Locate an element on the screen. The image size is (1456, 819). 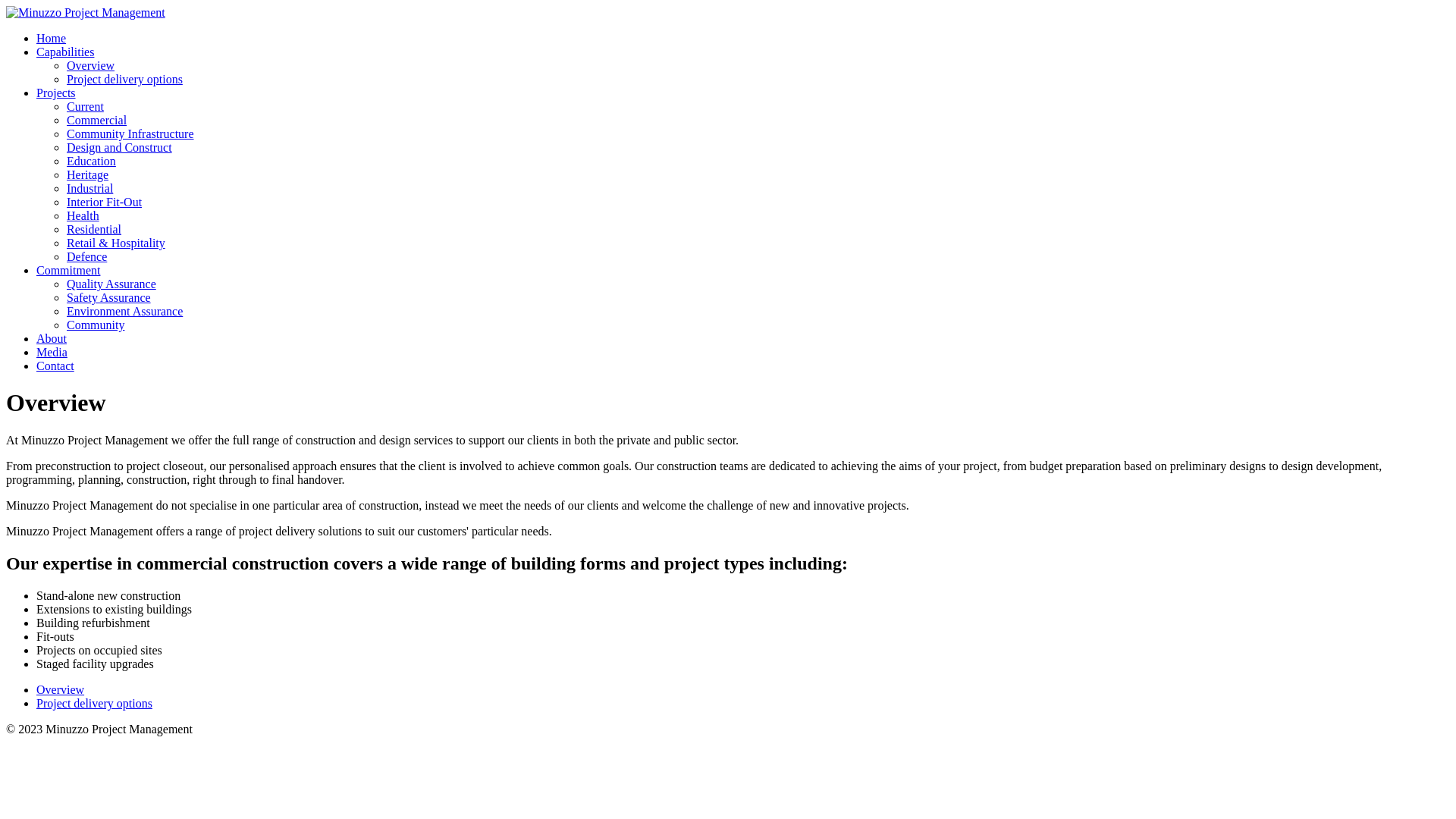
'Heritage' is located at coordinates (86, 174).